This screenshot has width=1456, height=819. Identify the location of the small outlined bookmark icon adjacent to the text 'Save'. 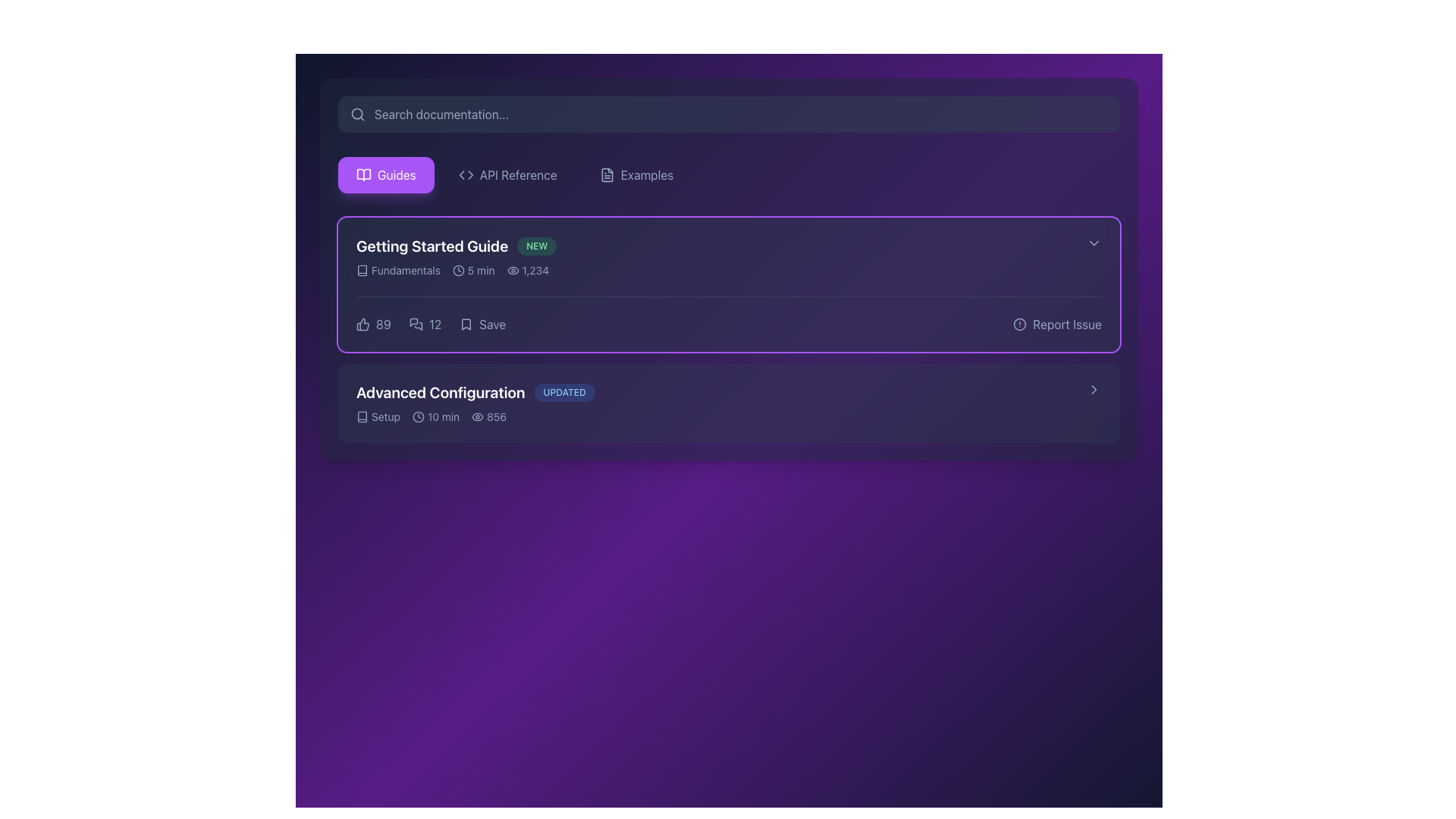
(466, 324).